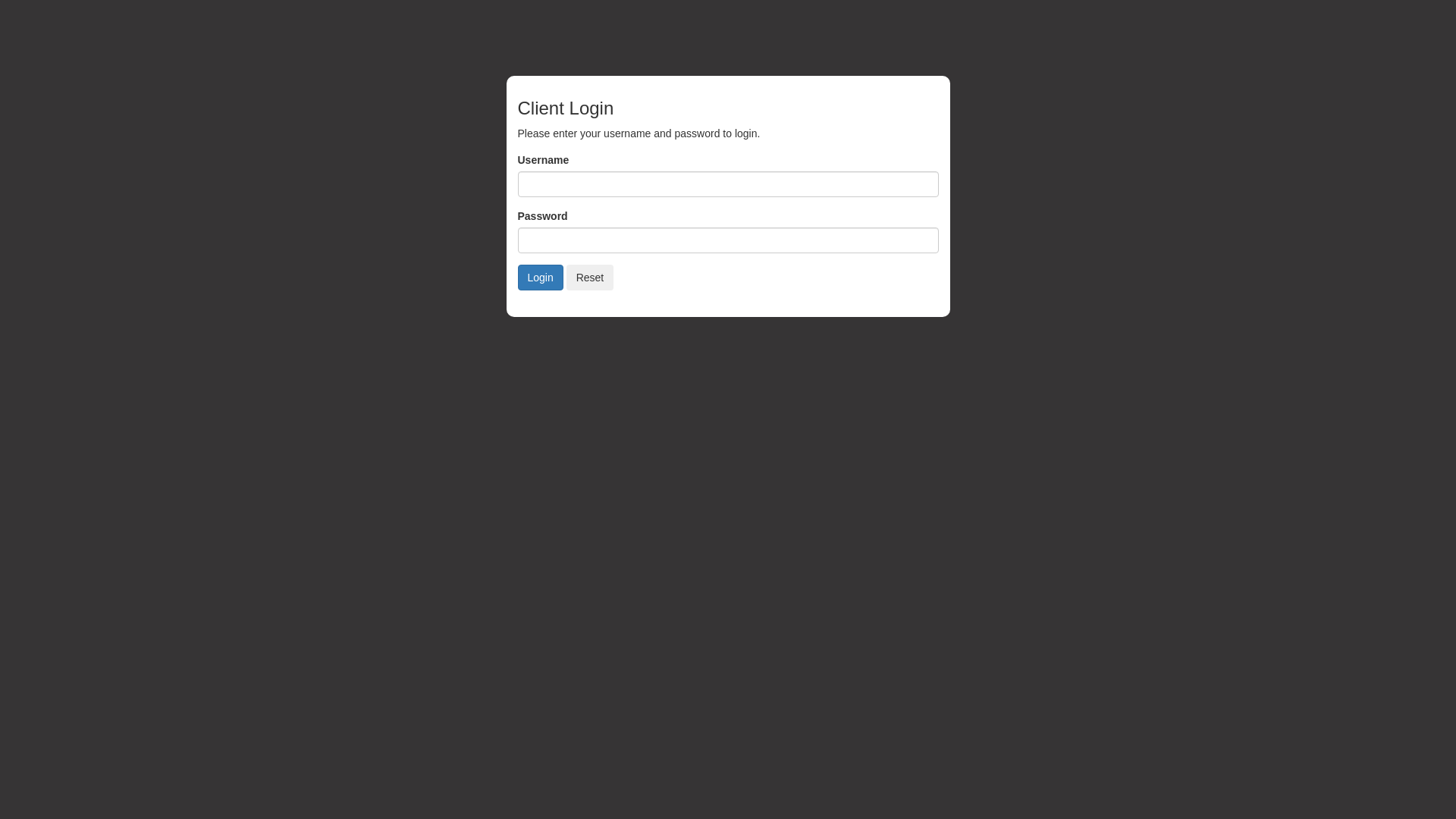 The image size is (1456, 819). Describe the element at coordinates (539, 278) in the screenshot. I see `'Login'` at that location.